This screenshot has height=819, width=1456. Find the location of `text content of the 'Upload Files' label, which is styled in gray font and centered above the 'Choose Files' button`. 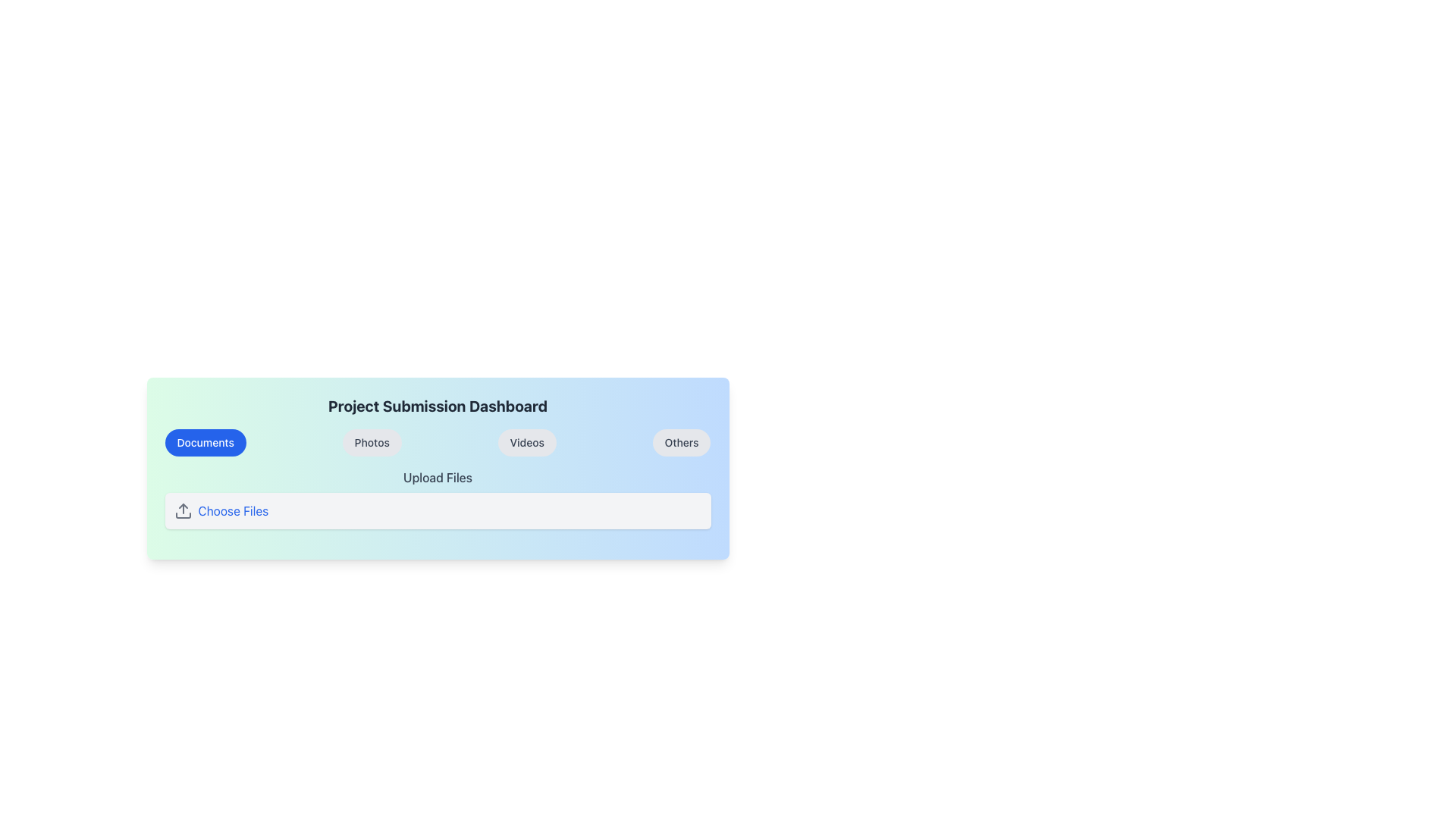

text content of the 'Upload Files' label, which is styled in gray font and centered above the 'Choose Files' button is located at coordinates (437, 476).